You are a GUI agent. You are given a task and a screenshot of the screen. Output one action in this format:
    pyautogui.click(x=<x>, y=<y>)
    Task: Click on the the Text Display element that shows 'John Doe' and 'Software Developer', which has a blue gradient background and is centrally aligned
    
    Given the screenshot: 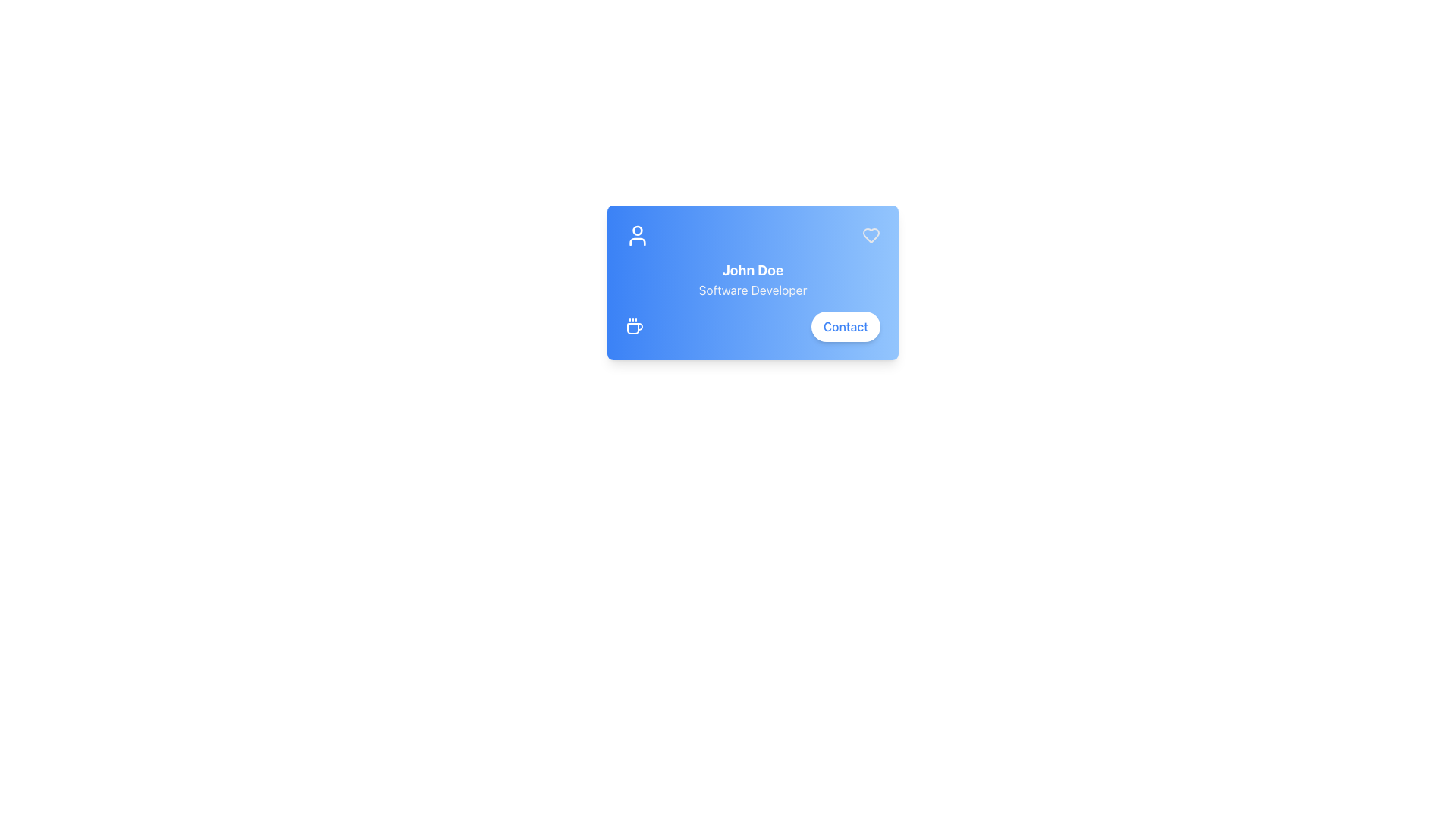 What is the action you would take?
    pyautogui.click(x=753, y=280)
    